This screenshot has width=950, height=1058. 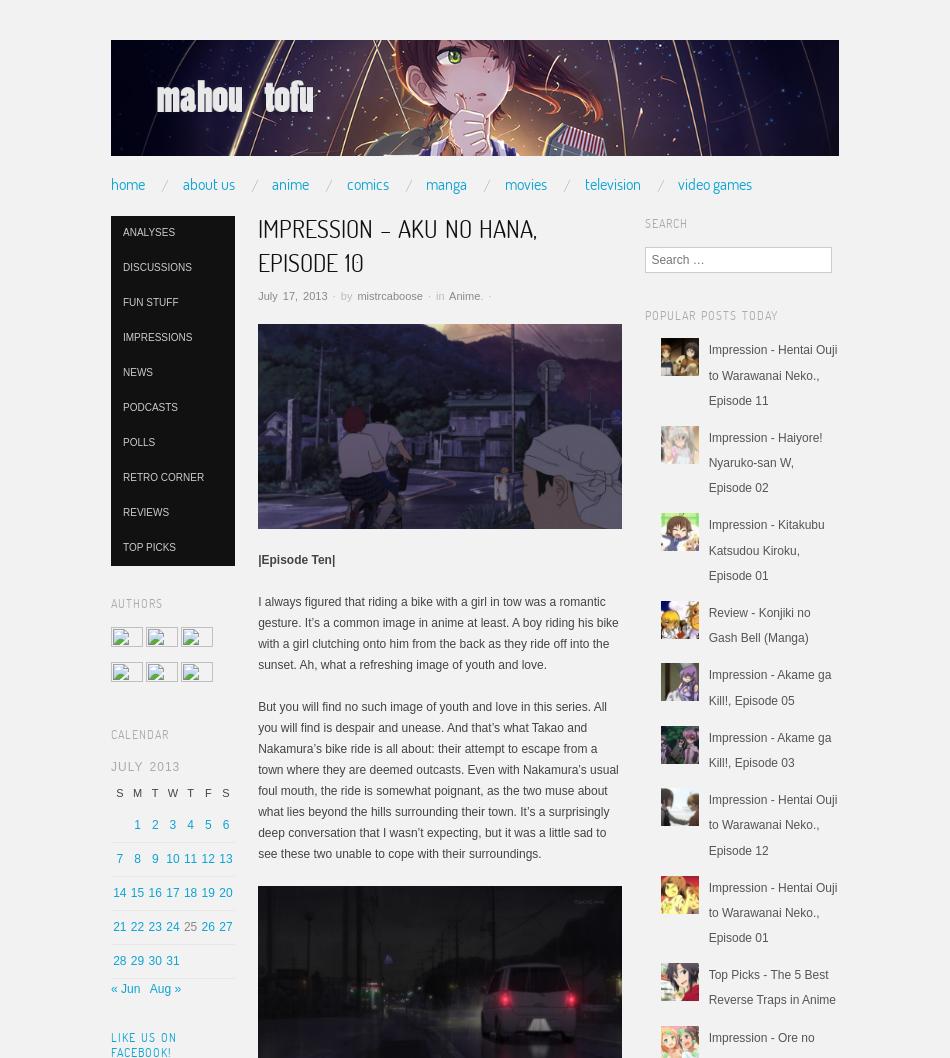 What do you see at coordinates (291, 293) in the screenshot?
I see `'July 17, 2013'` at bounding box center [291, 293].